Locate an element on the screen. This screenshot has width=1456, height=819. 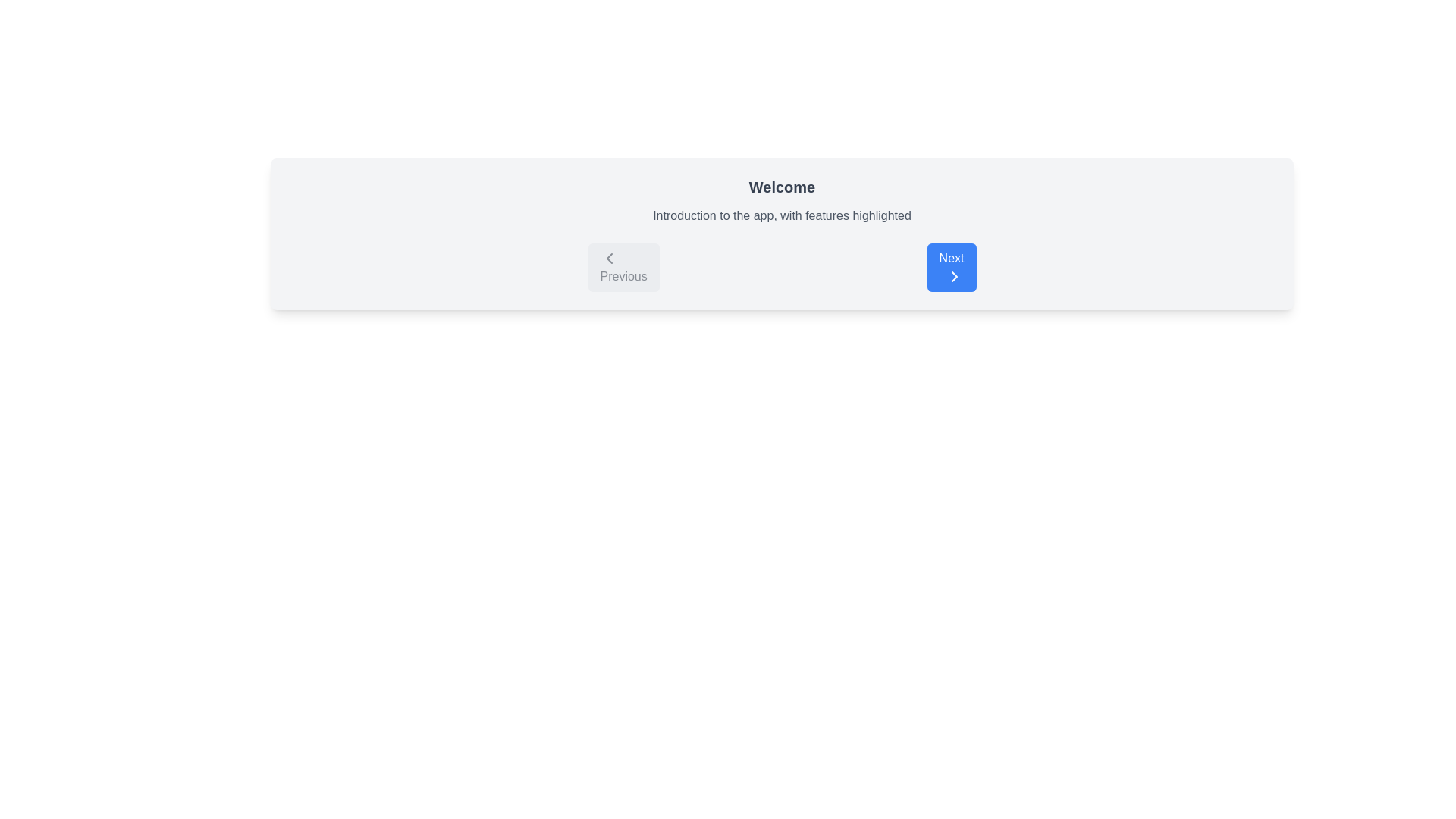
the navigation arrow icon located to the left of the 'Previous' button is located at coordinates (609, 257).